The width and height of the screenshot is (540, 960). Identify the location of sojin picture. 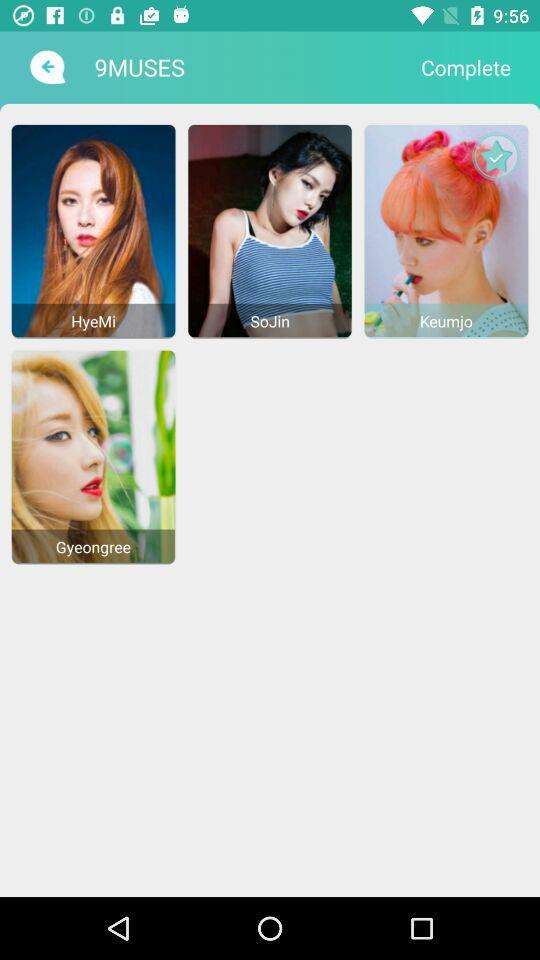
(270, 230).